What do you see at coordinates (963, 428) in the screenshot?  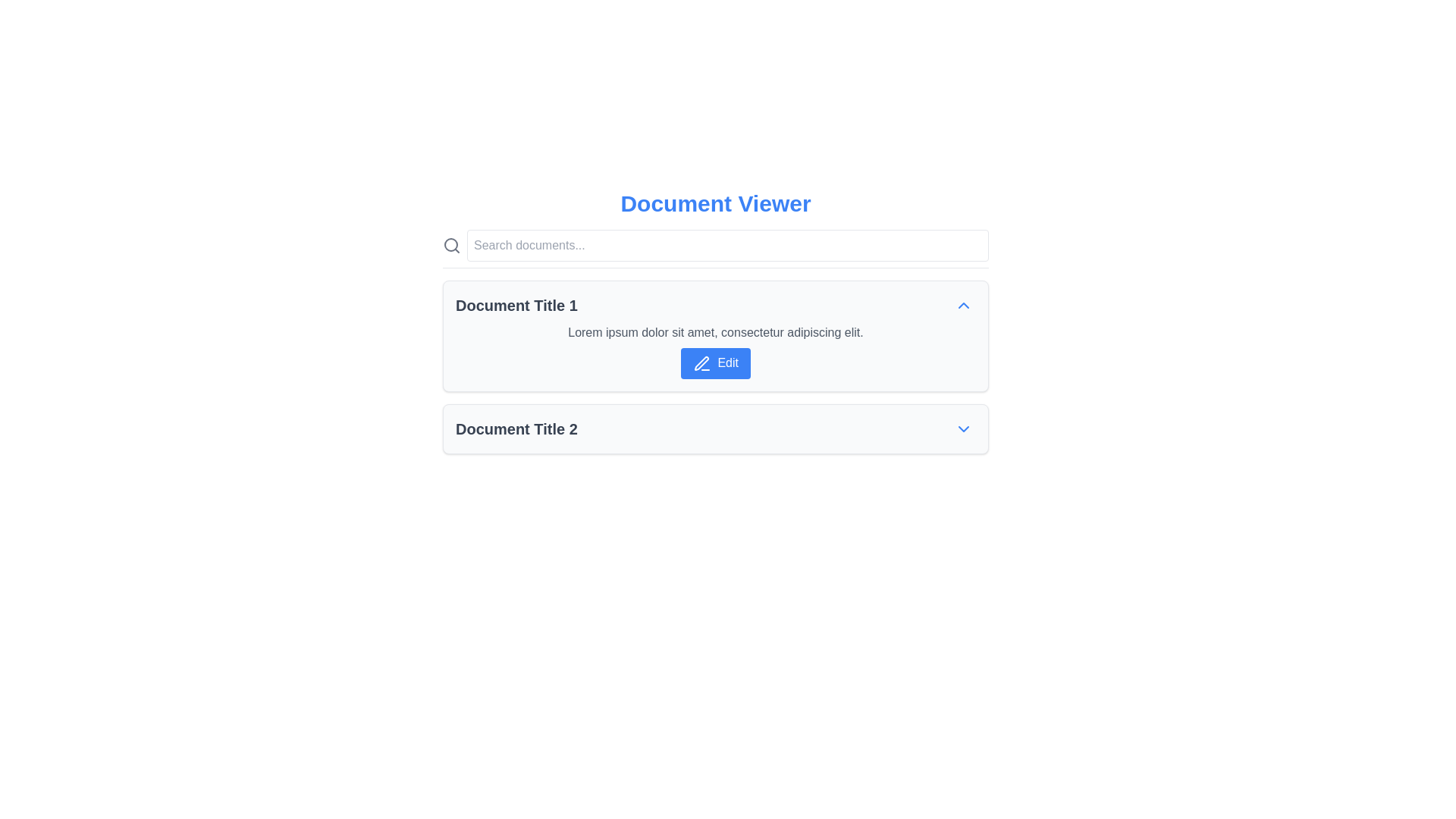 I see `the Dropdown toggle icon located within the second document card titled 'Document Title 2'` at bounding box center [963, 428].